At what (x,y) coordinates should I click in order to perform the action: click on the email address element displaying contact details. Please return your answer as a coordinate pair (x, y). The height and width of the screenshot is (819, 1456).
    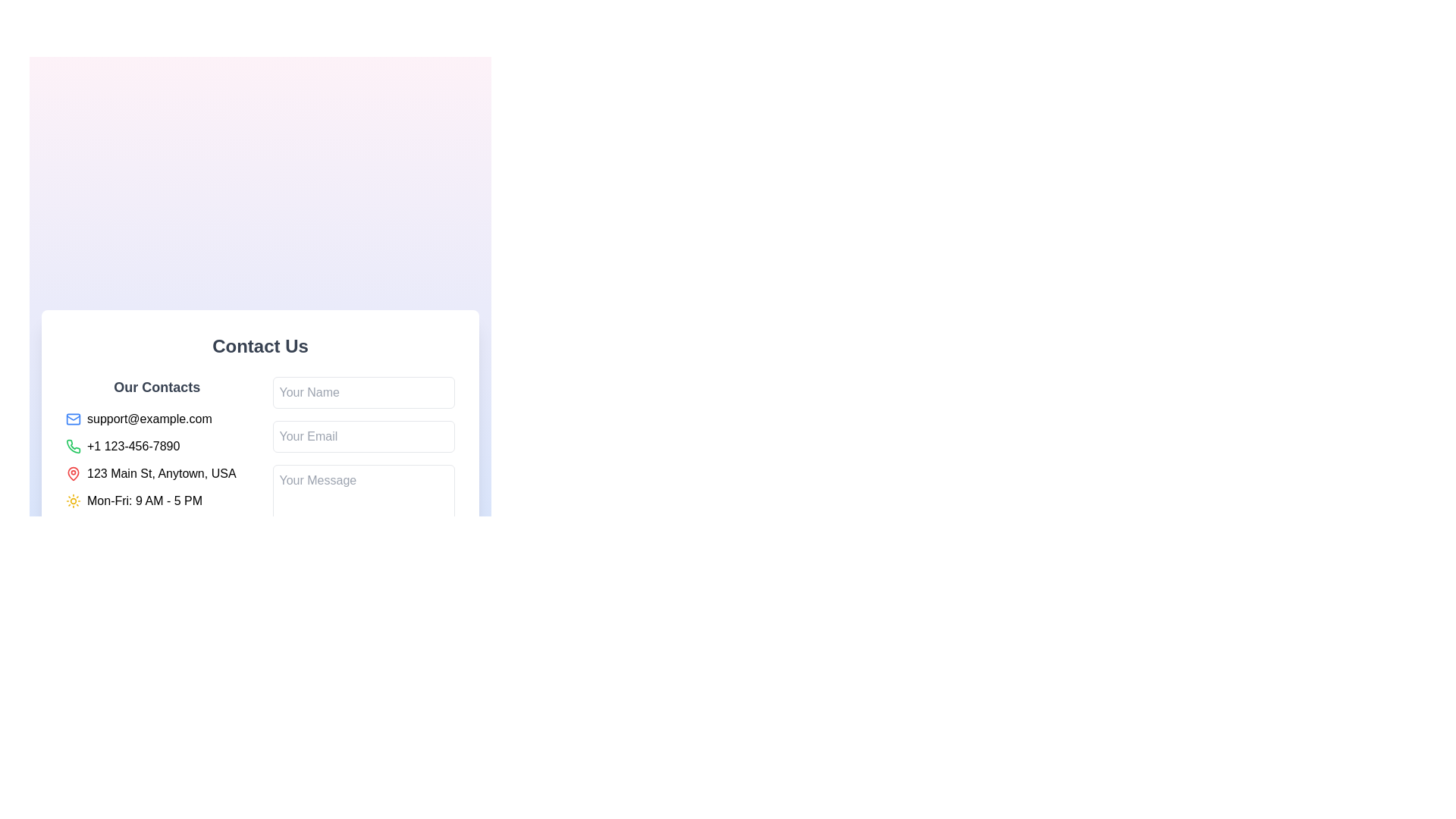
    Looking at the image, I should click on (157, 419).